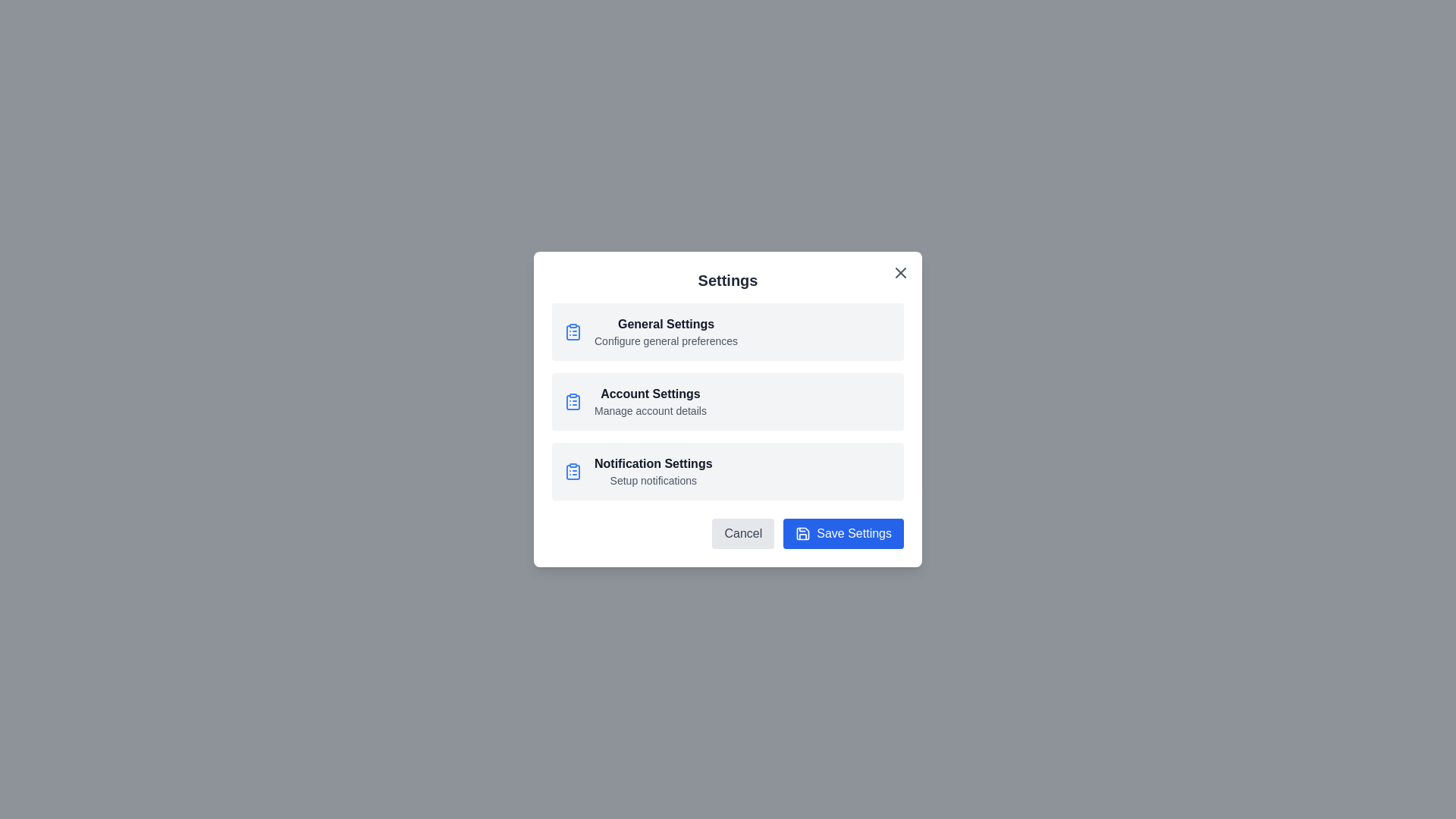 Image resolution: width=1456 pixels, height=819 pixels. Describe the element at coordinates (901, 271) in the screenshot. I see `the close (X) button located at the top-right corner of the 'Settings' modal dialog by clicking on its SVG graphic representation` at that location.